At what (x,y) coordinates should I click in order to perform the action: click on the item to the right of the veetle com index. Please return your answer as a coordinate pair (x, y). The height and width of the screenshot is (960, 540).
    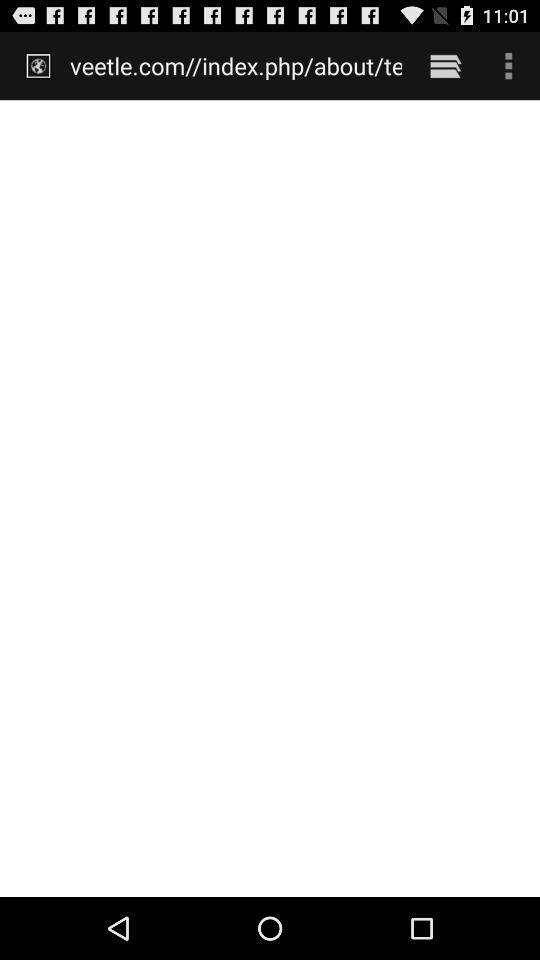
    Looking at the image, I should click on (445, 65).